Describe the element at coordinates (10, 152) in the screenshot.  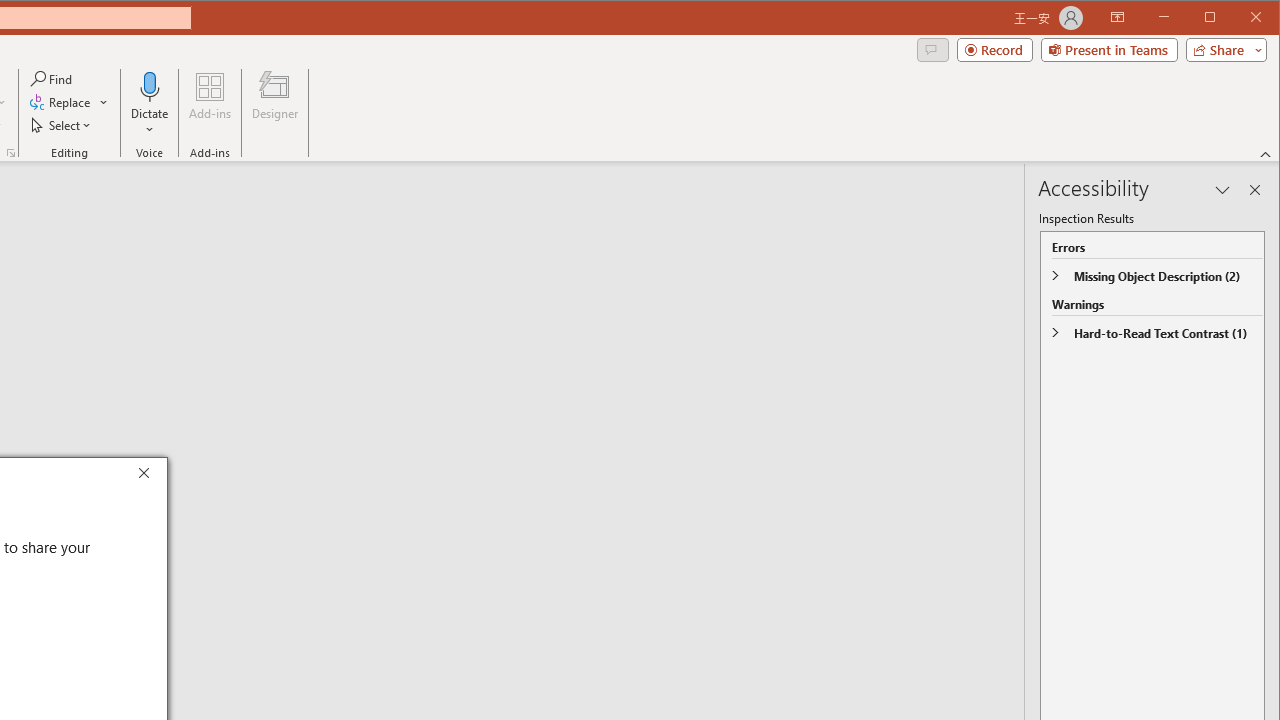
I see `'Format Object...'` at that location.